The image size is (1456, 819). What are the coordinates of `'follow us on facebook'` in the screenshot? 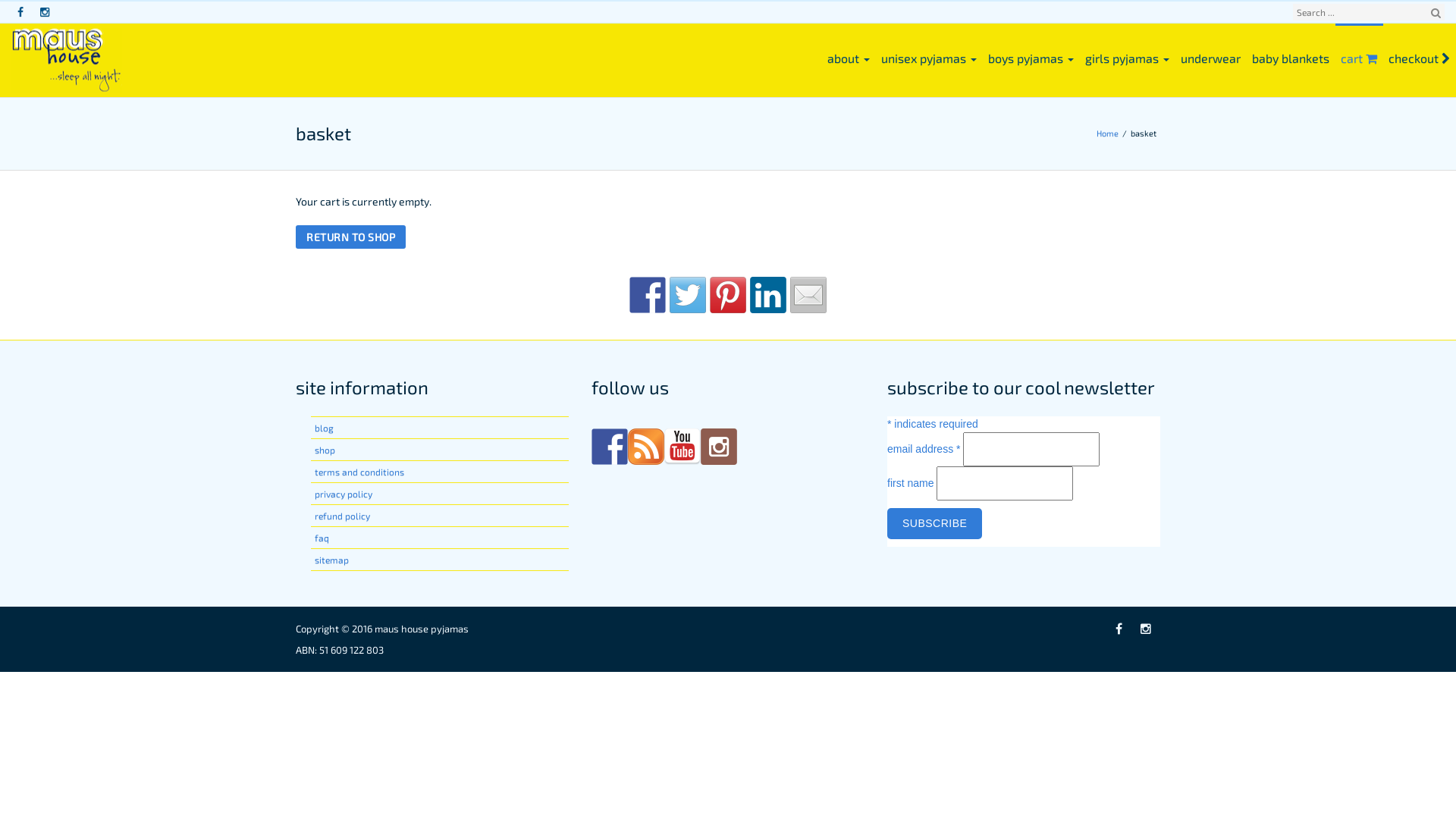 It's located at (590, 446).